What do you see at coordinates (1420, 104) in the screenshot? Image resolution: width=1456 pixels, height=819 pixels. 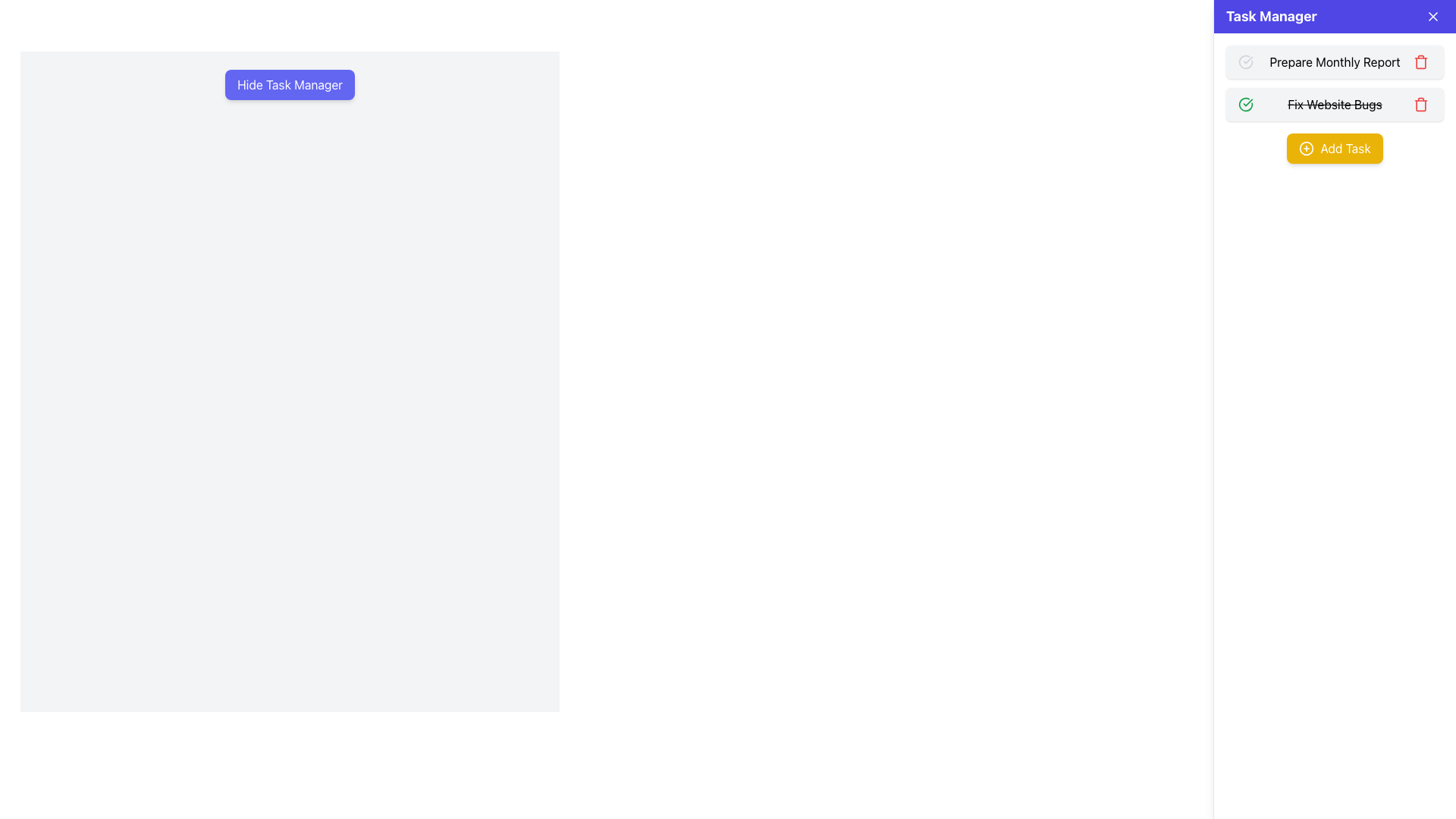 I see `the delete button located next to the task labeled 'Fix Website Bugs'` at bounding box center [1420, 104].